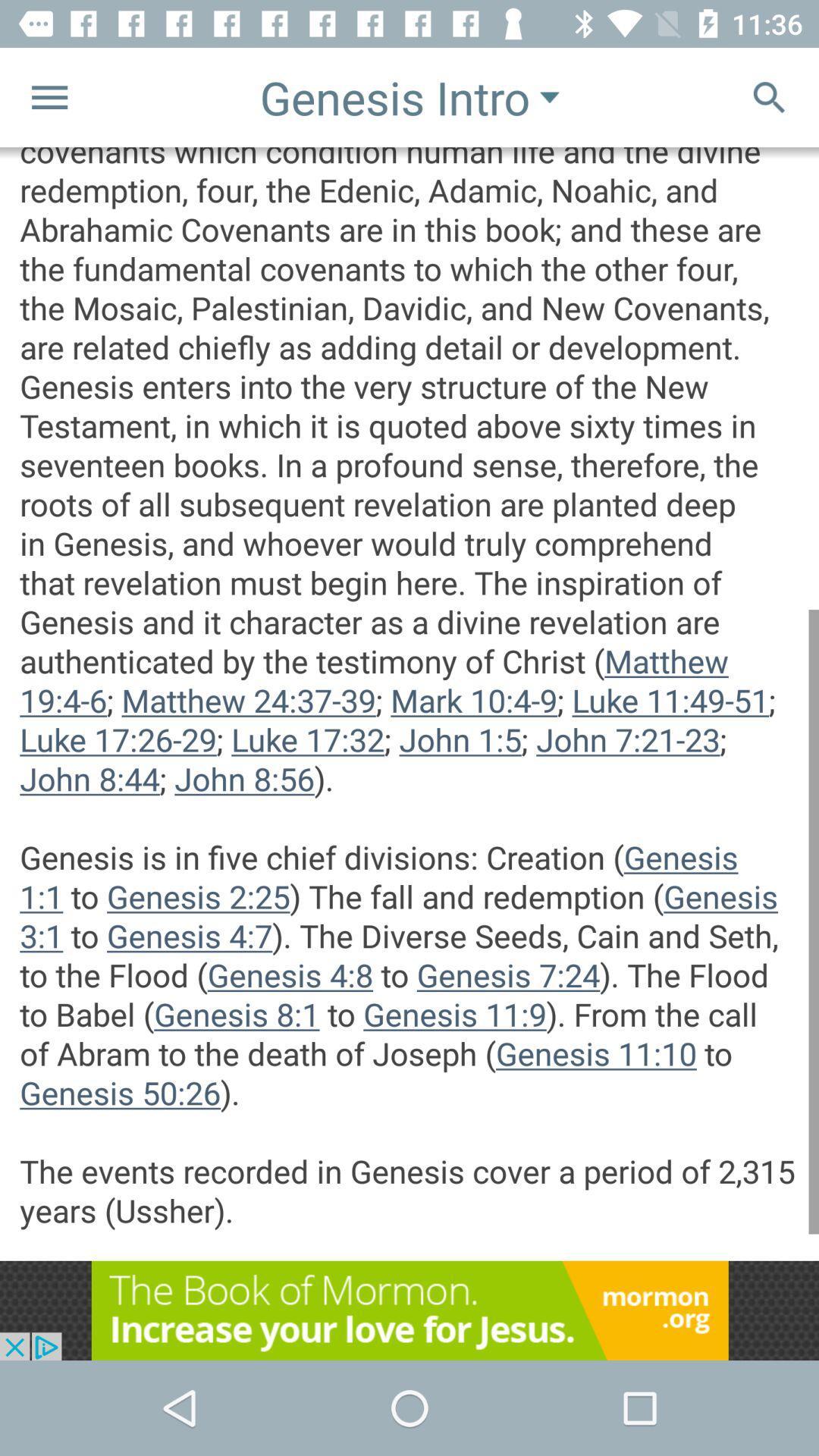  I want to click on options, so click(49, 96).